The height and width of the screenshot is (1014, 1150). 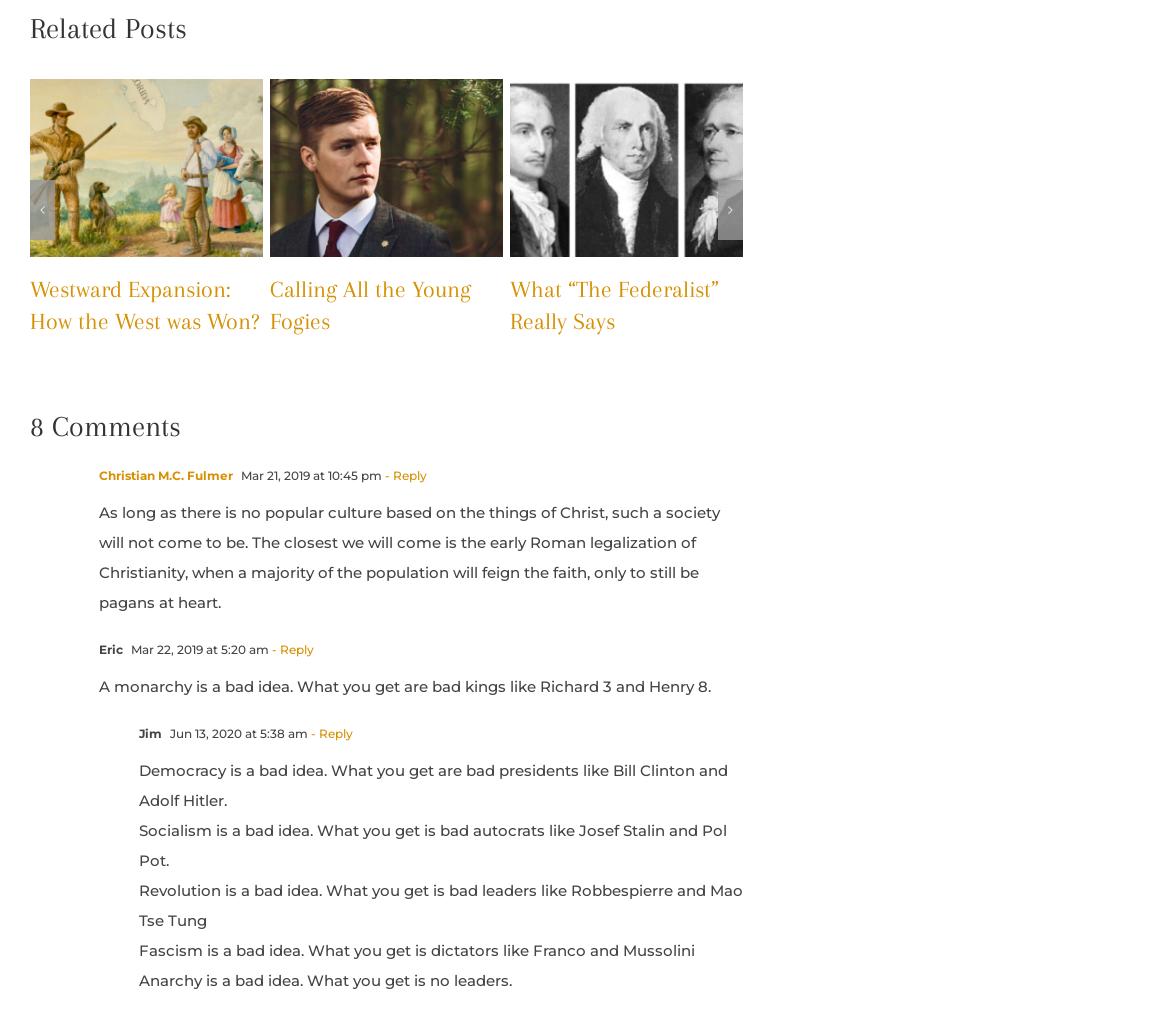 What do you see at coordinates (109, 648) in the screenshot?
I see `'Eric'` at bounding box center [109, 648].